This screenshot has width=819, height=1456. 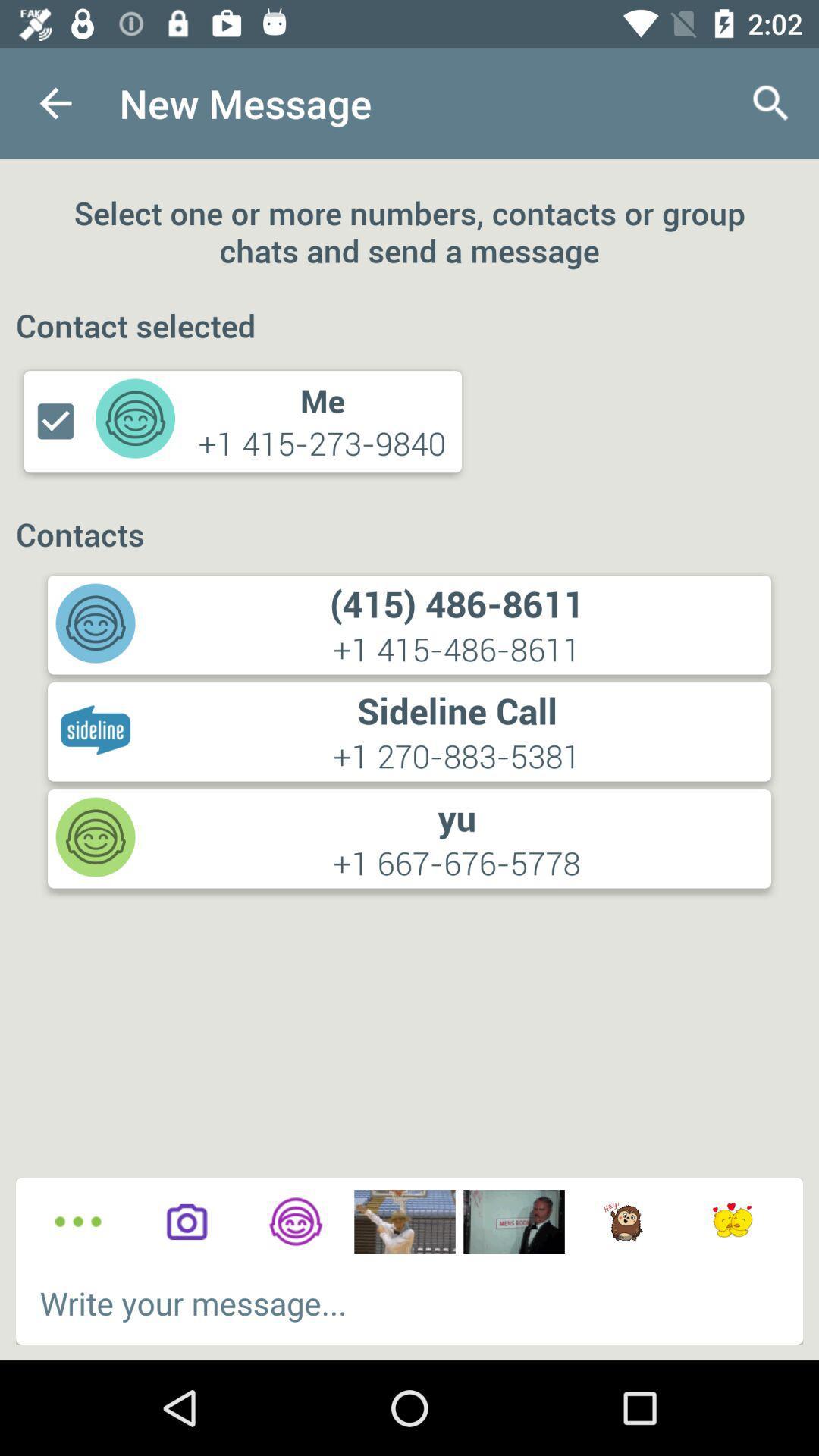 What do you see at coordinates (731, 1222) in the screenshot?
I see `emojis` at bounding box center [731, 1222].